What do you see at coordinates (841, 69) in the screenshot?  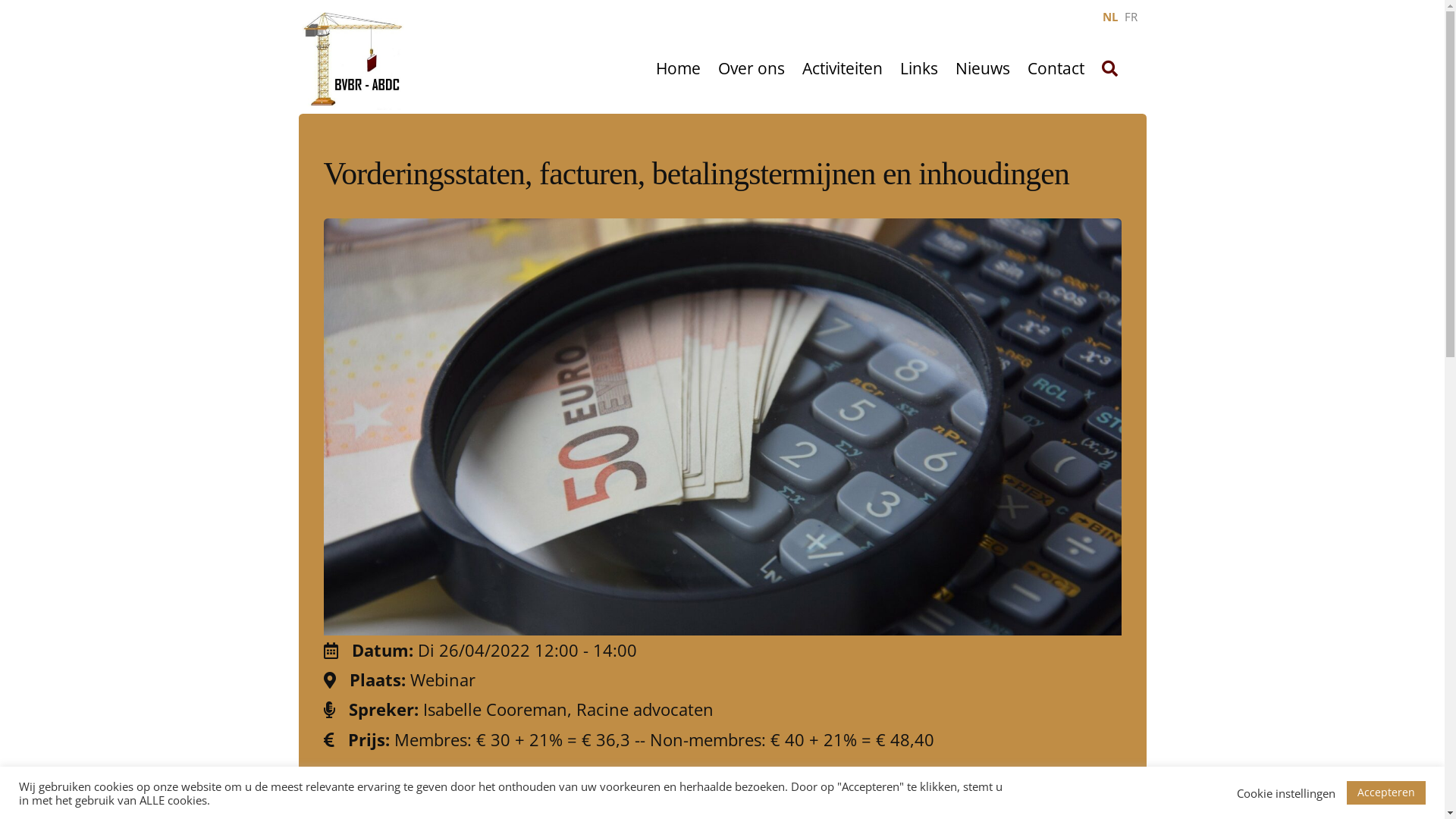 I see `'Activiteiten'` at bounding box center [841, 69].